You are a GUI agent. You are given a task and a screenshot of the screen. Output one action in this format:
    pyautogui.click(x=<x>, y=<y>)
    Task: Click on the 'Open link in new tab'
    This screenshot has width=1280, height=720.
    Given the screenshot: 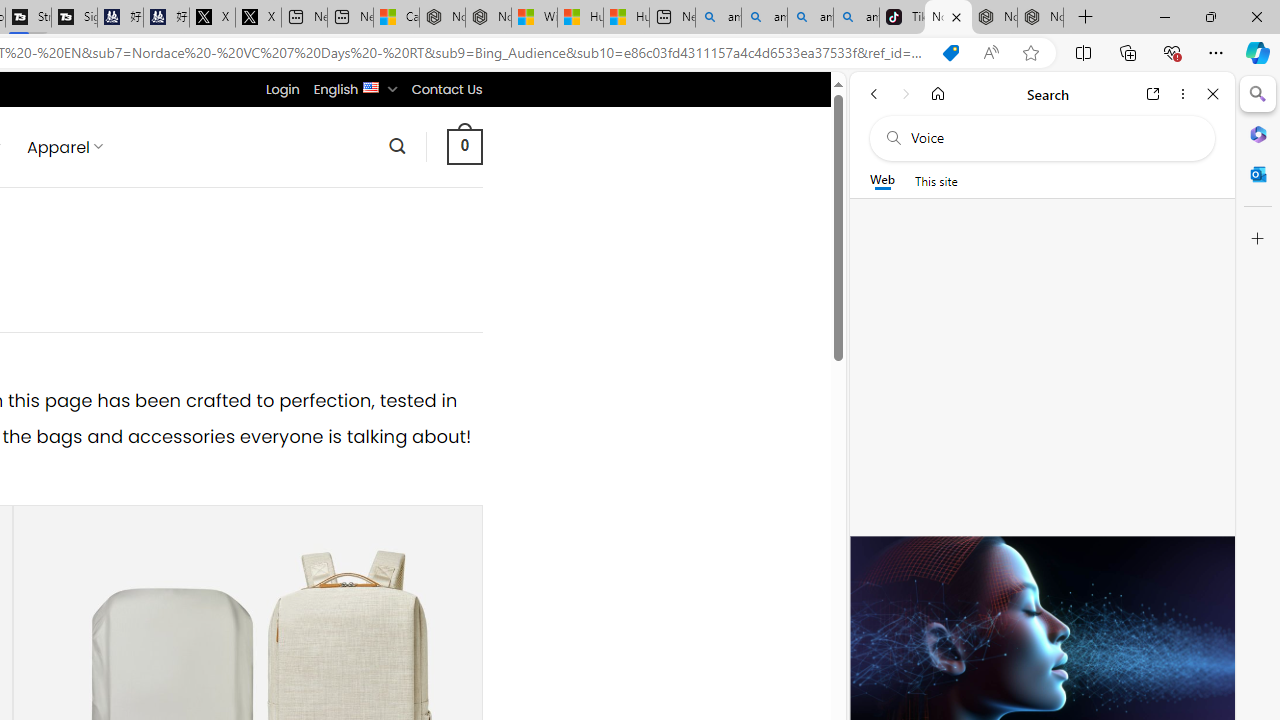 What is the action you would take?
    pyautogui.click(x=1153, y=93)
    